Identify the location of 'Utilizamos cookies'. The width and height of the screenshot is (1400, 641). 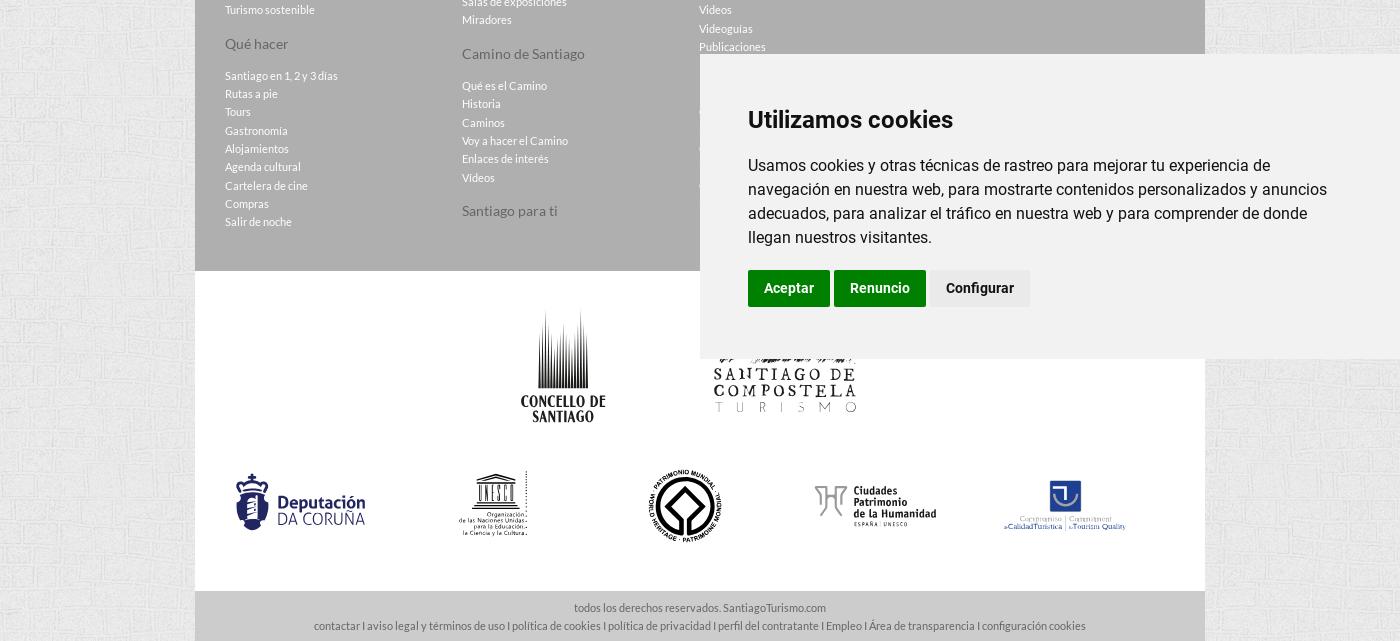
(849, 118).